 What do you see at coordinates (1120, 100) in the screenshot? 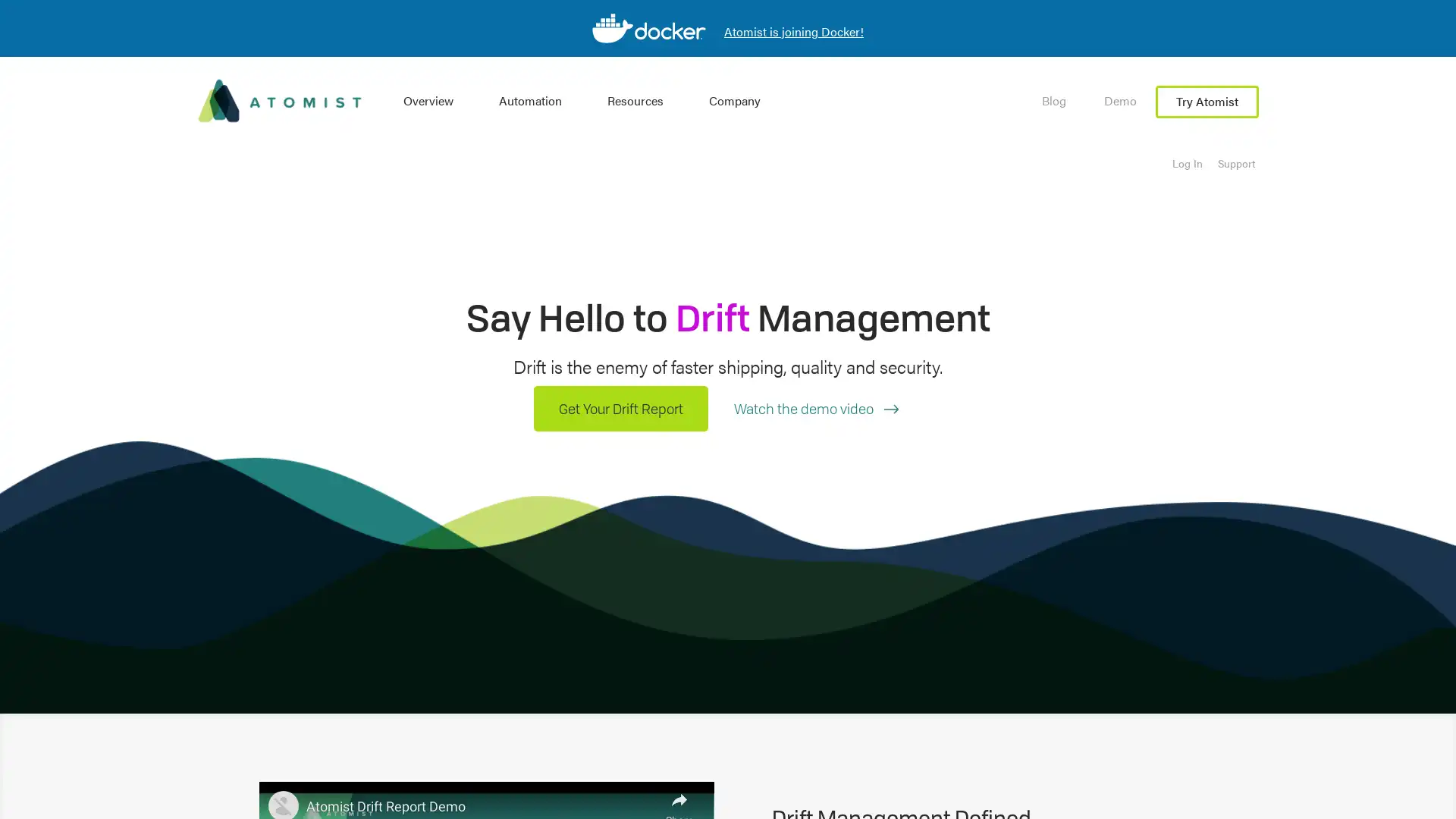
I see `Demo` at bounding box center [1120, 100].